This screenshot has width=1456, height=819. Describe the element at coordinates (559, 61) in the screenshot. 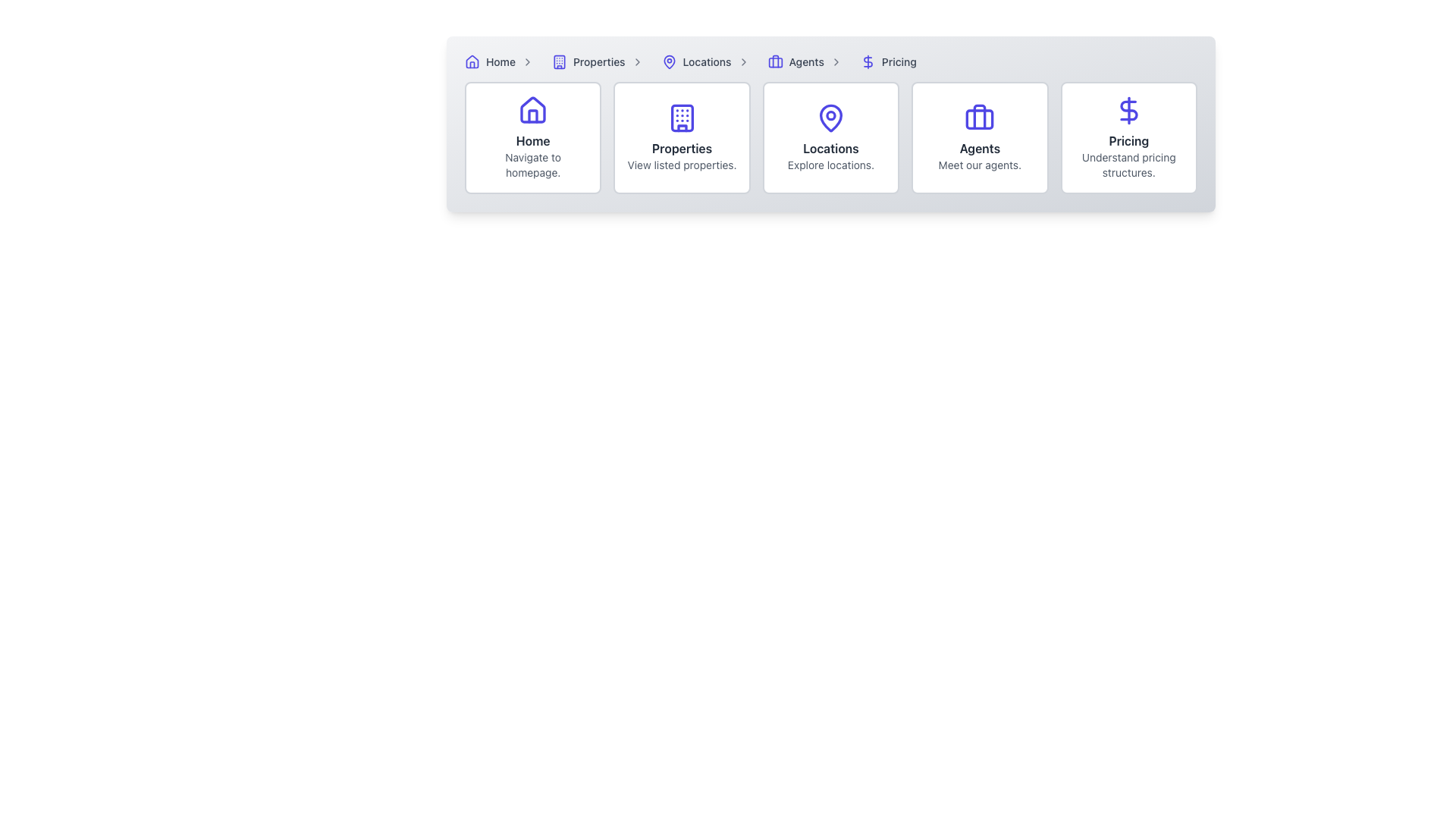

I see `the building icon representing properties in the breadcrumb navigation, which is located next to the 'Properties' text label` at that location.